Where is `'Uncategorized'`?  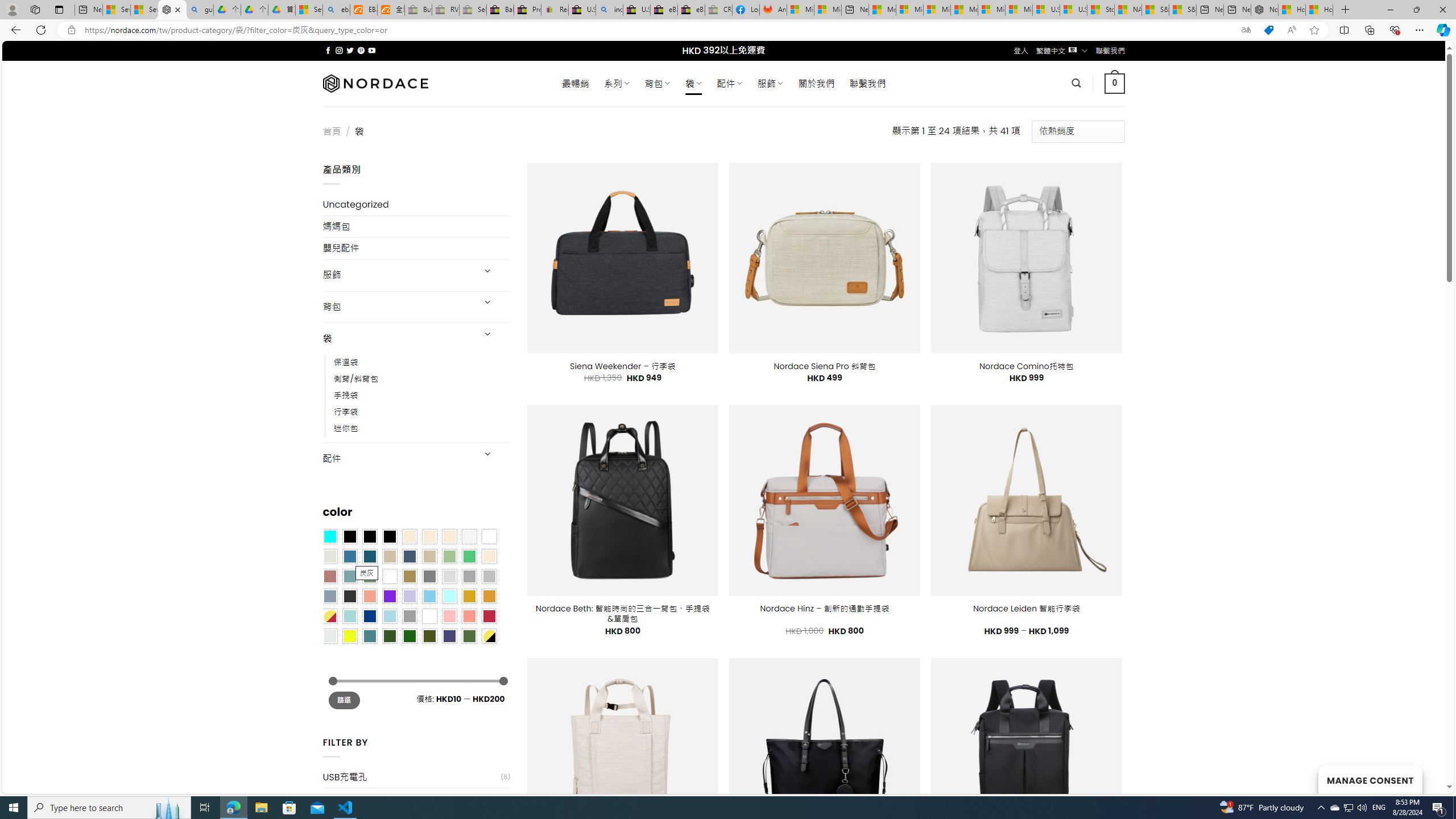
'Uncategorized' is located at coordinates (416, 205).